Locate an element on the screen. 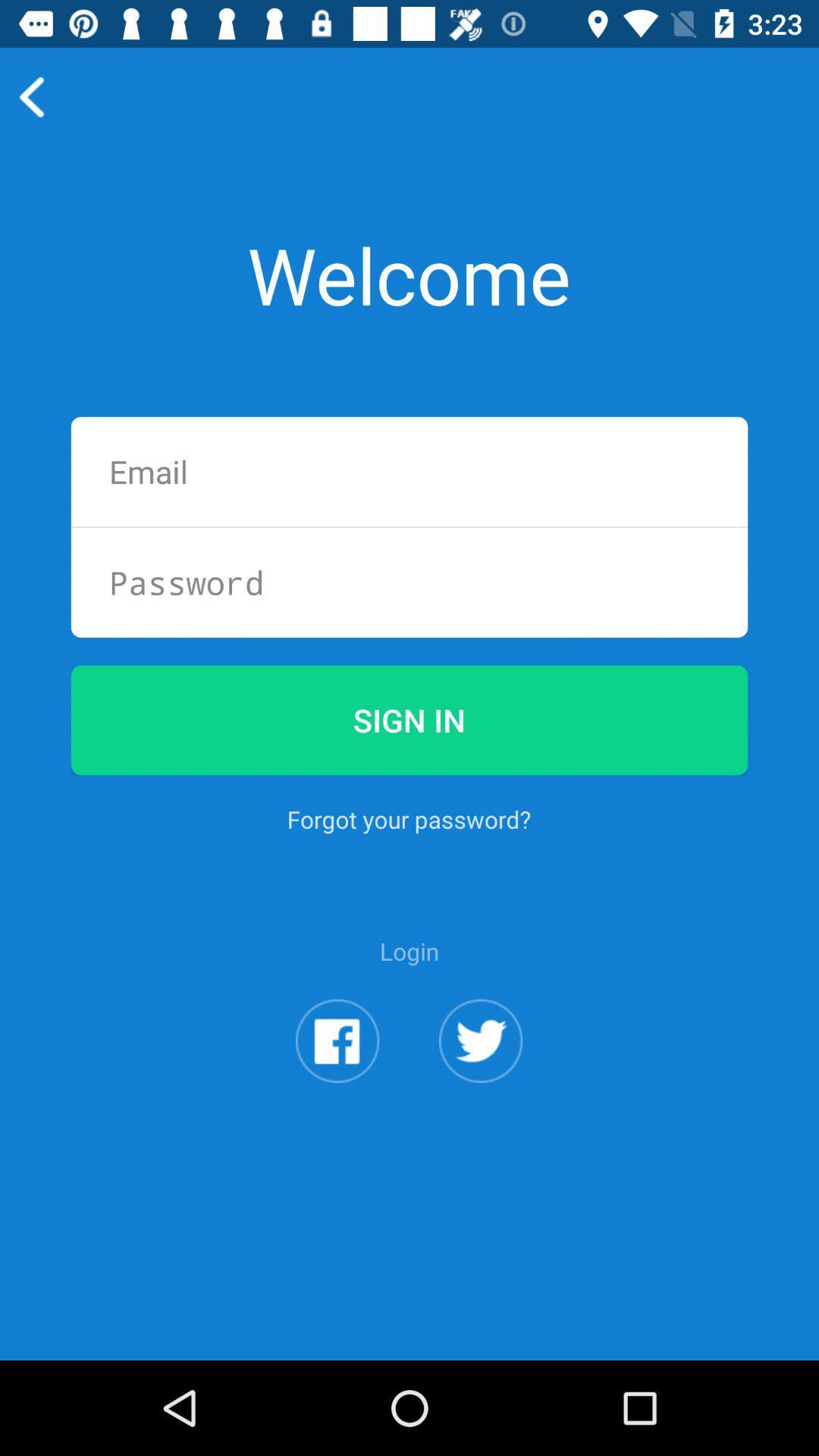 Image resolution: width=819 pixels, height=1456 pixels. email input box is located at coordinates (409, 471).